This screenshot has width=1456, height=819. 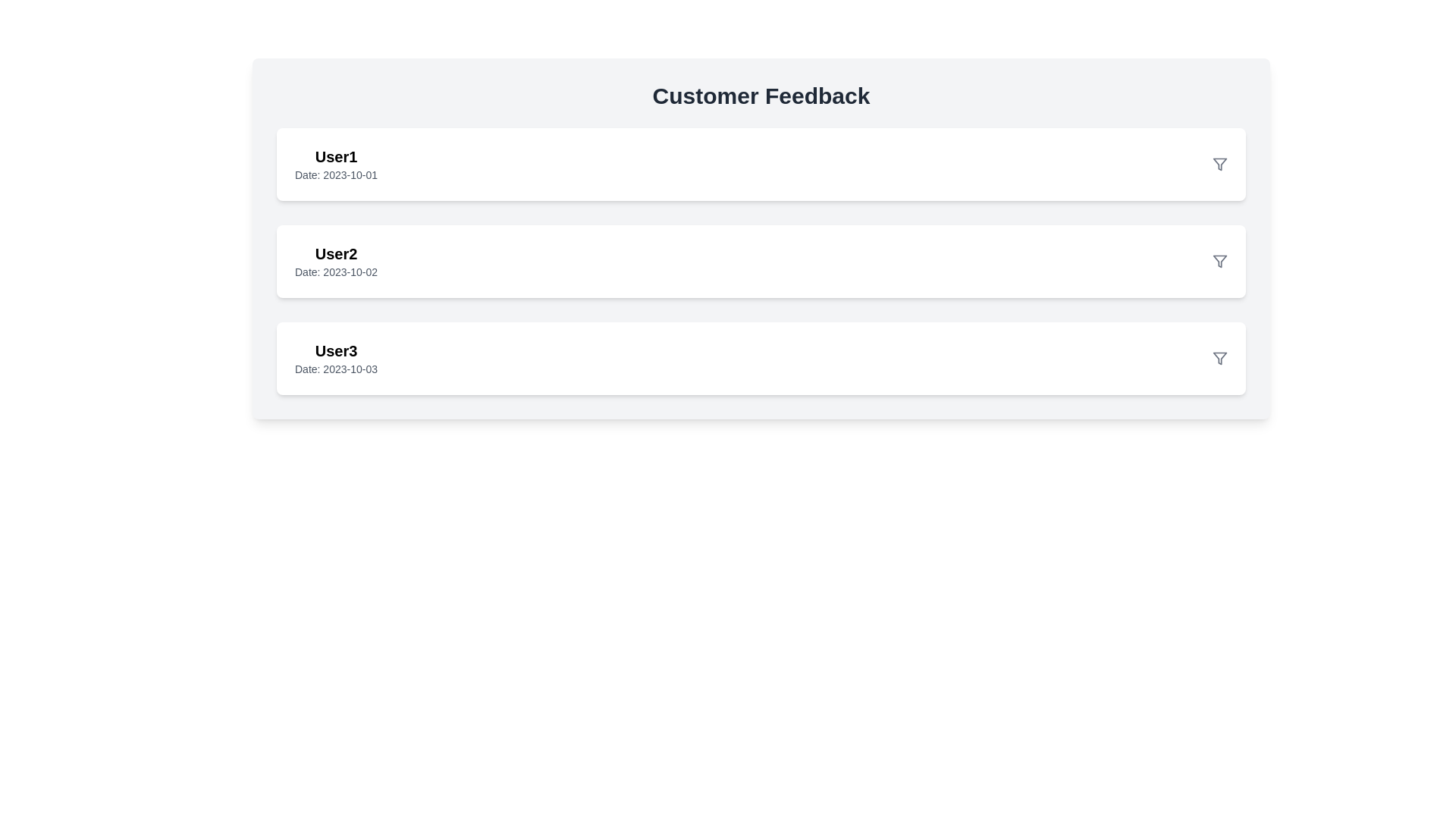 What do you see at coordinates (1219, 359) in the screenshot?
I see `the filtering button located in the top-right corner of the user 'User3' details section, positioned to the right of 'Date: 2023-10-03', to initiate filtering` at bounding box center [1219, 359].